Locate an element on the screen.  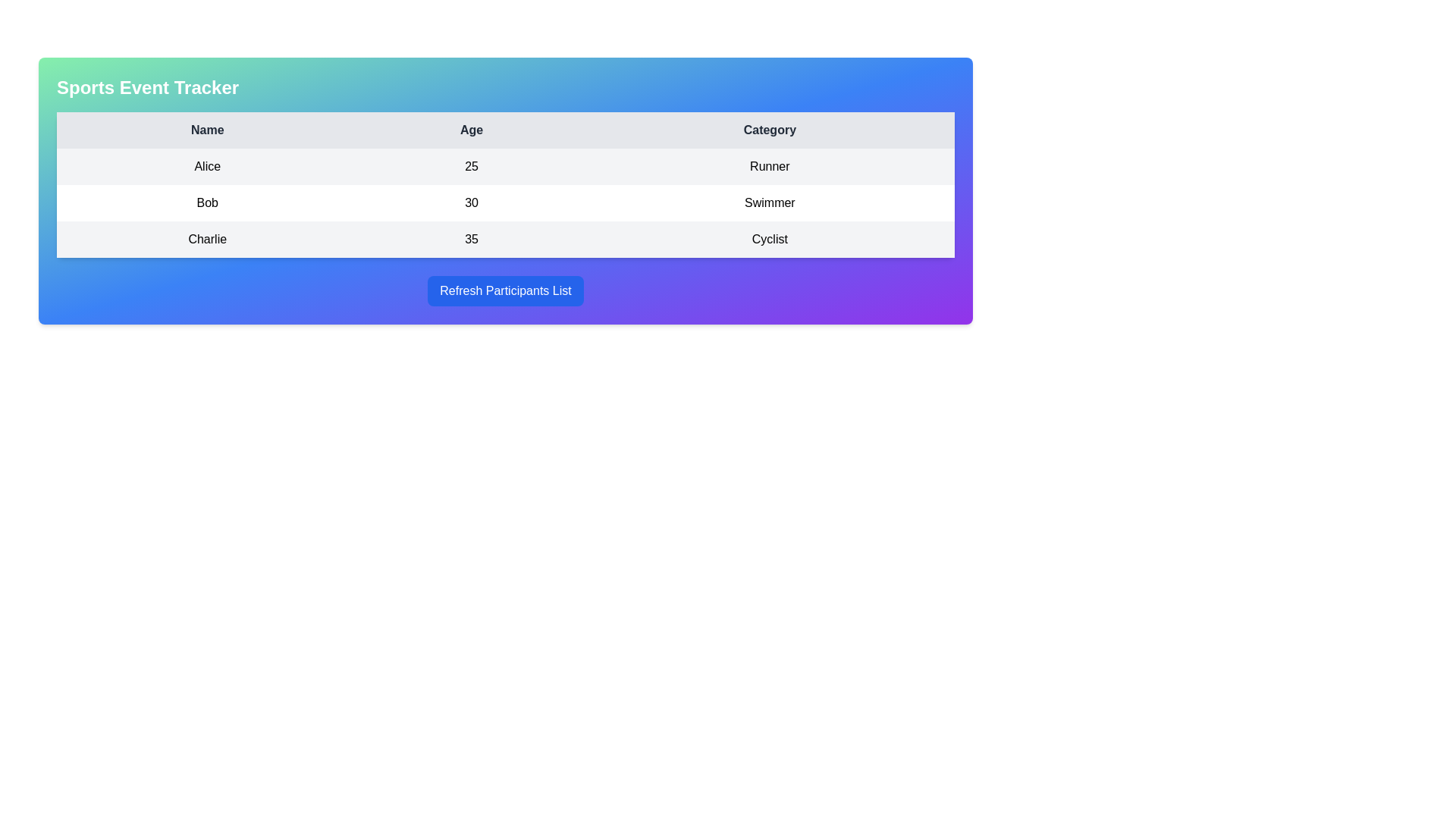
value from the table cell displaying the age entry '25', which is located in the second column of the first row, between 'Name' and 'Category' is located at coordinates (471, 166).